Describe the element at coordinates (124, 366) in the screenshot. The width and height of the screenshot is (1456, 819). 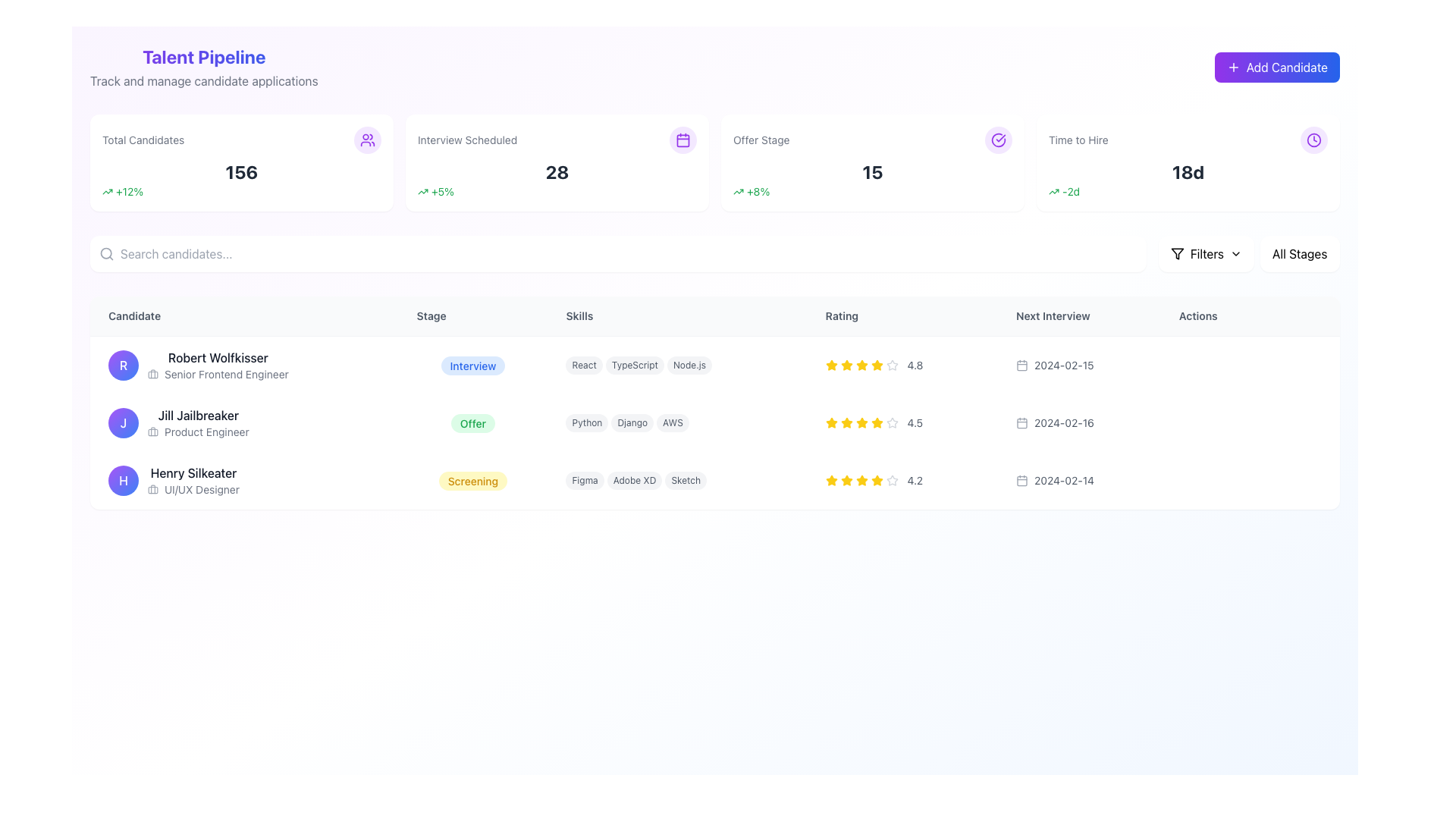
I see `the Avatar icon for candidate 'Robert Wolfkisser' located at the far left of the first row in the candidate table under the 'Candidate' column` at that location.